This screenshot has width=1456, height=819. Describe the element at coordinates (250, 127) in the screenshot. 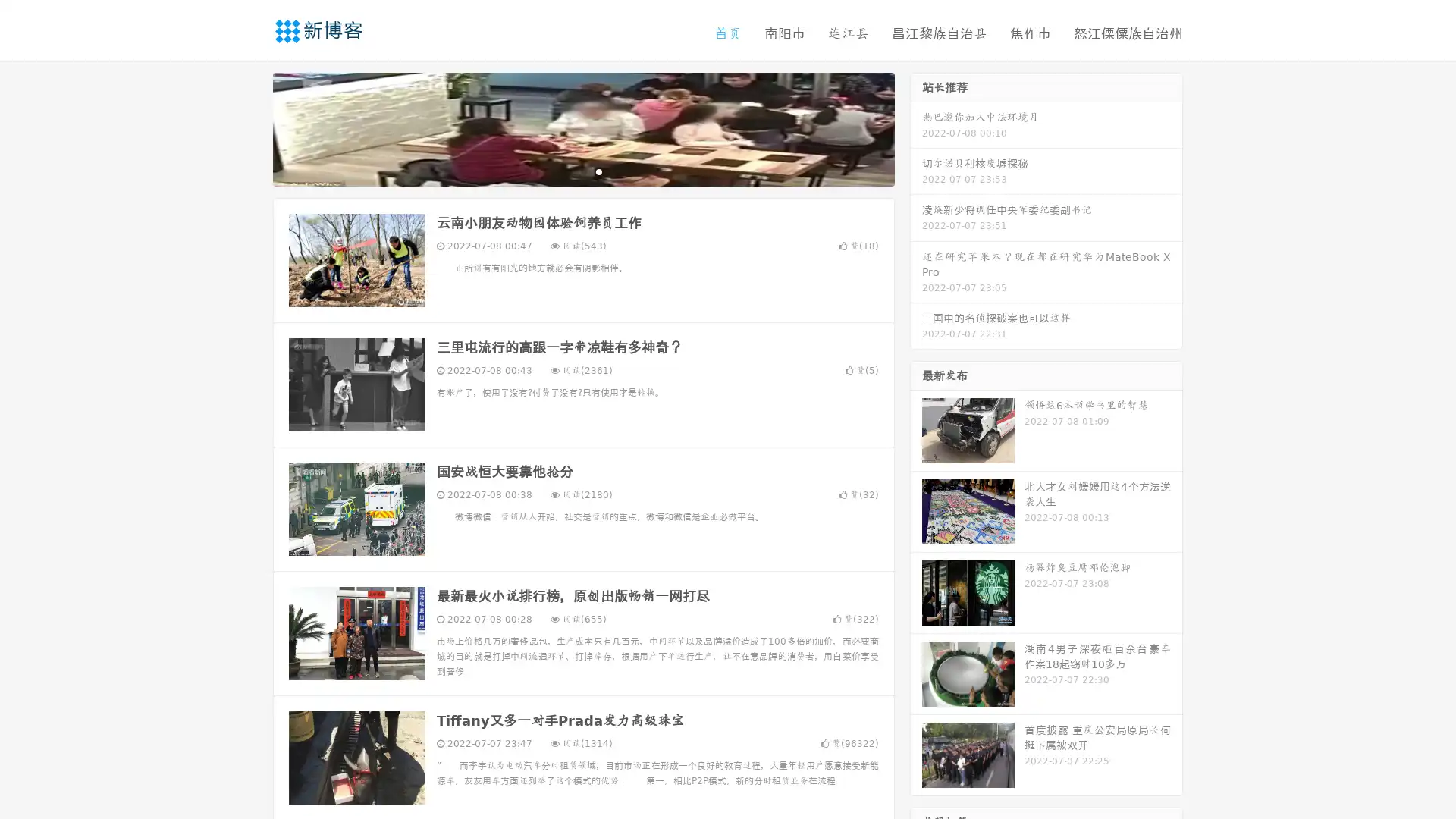

I see `Previous slide` at that location.